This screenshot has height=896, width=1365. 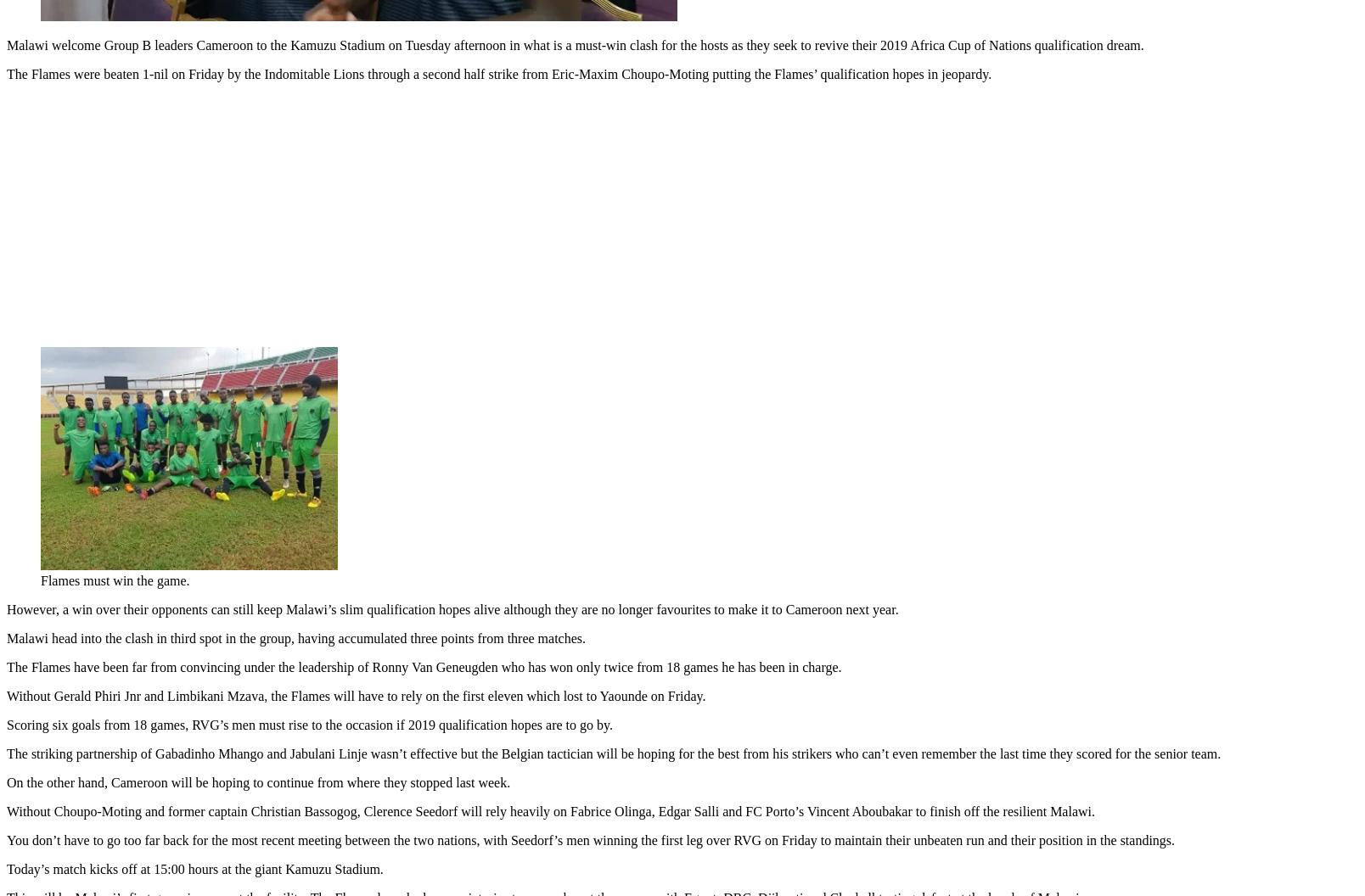 I want to click on 'The Flames have been far from convincing under the leadership of Ronny Van Geneugden who has won only twice from 18 games he has been in charge.', so click(x=6, y=663).